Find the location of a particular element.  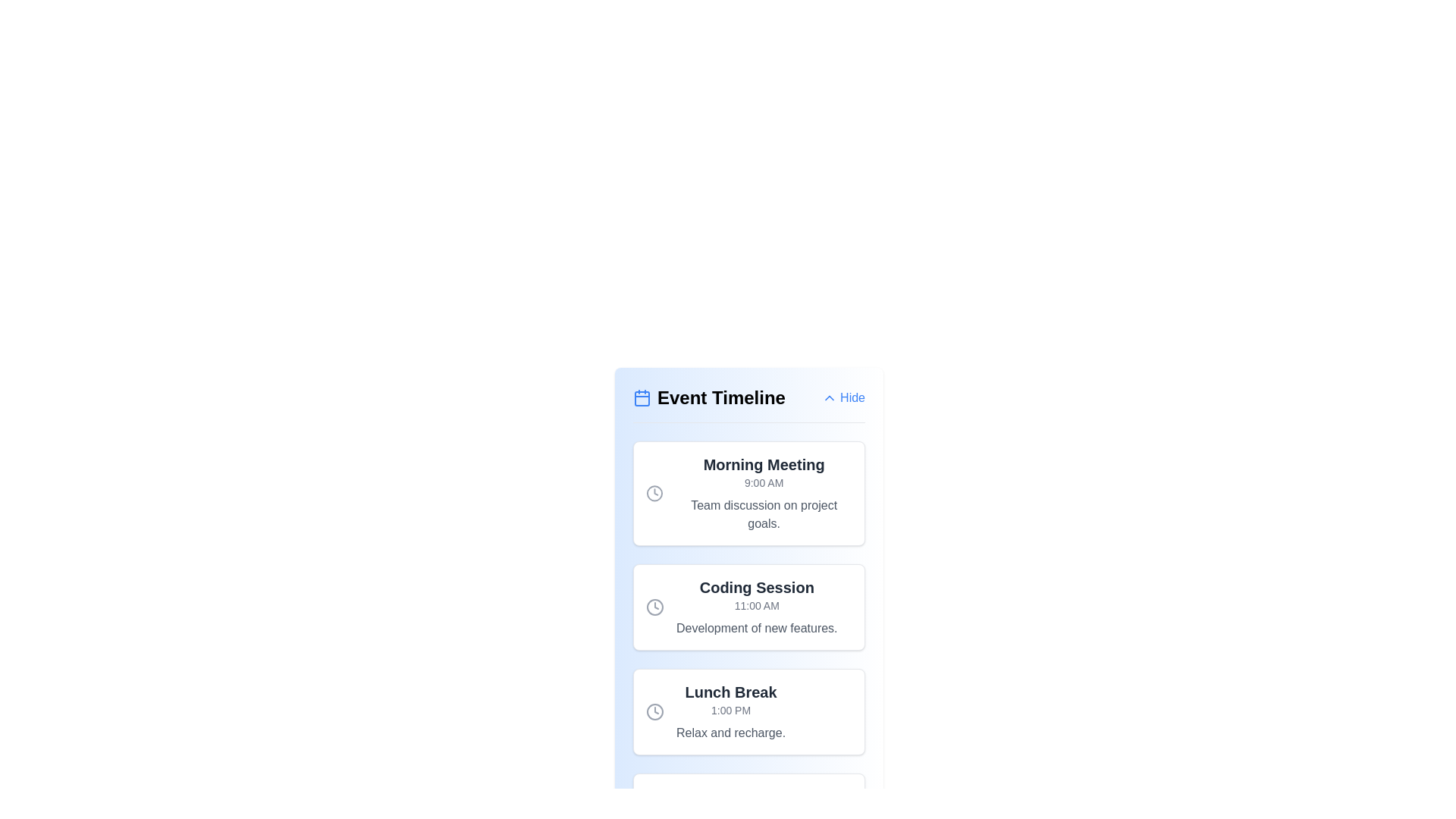

the calendar icon with a blue outline located to the left of the 'Event Timeline' text in the header section is located at coordinates (642, 397).